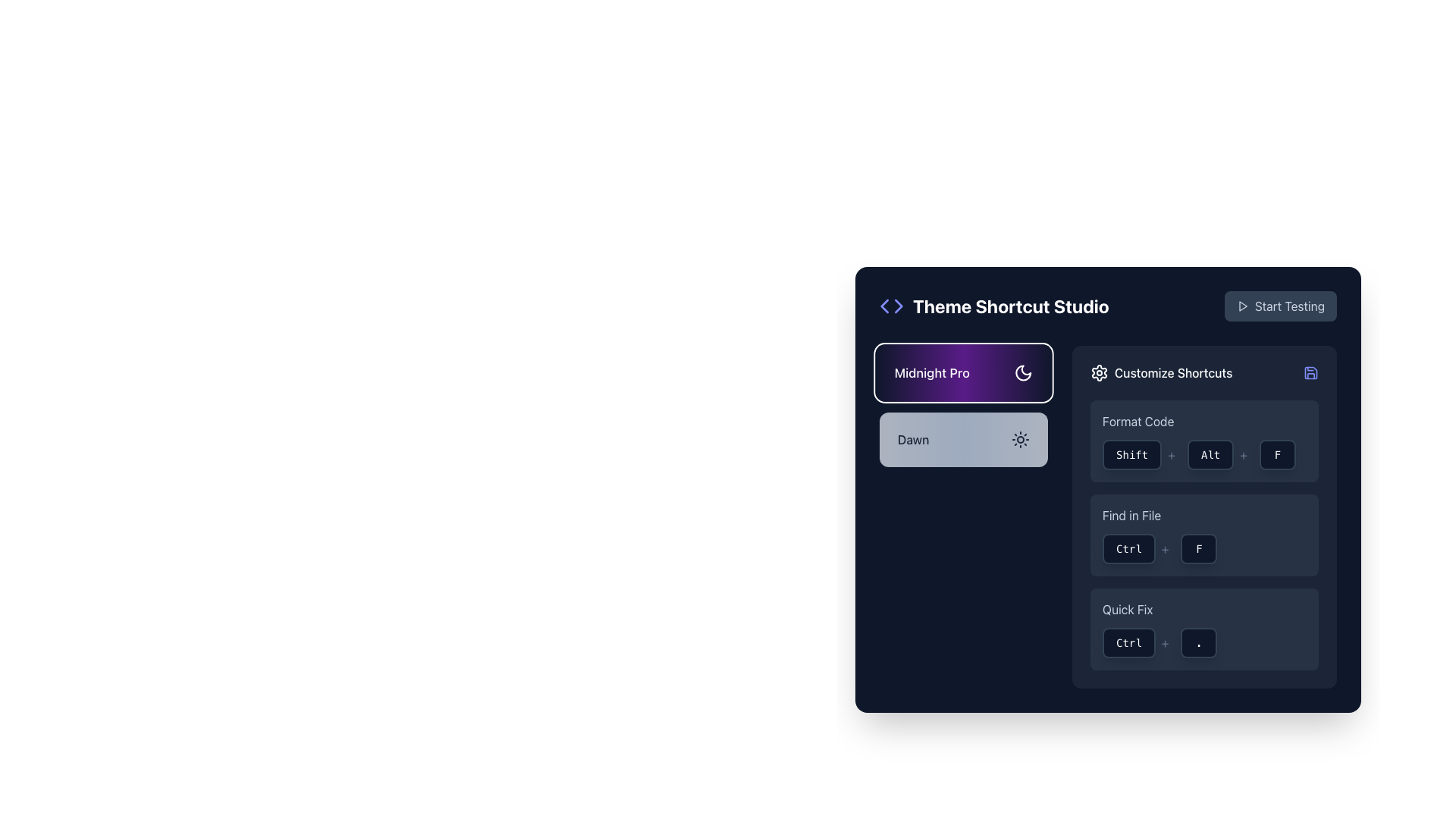 The image size is (1456, 819). Describe the element at coordinates (1310, 373) in the screenshot. I see `the Save Icon, which resembles a floppy disk and is located at the top-right corner of the interface near the 'Customize Shortcuts' area` at that location.